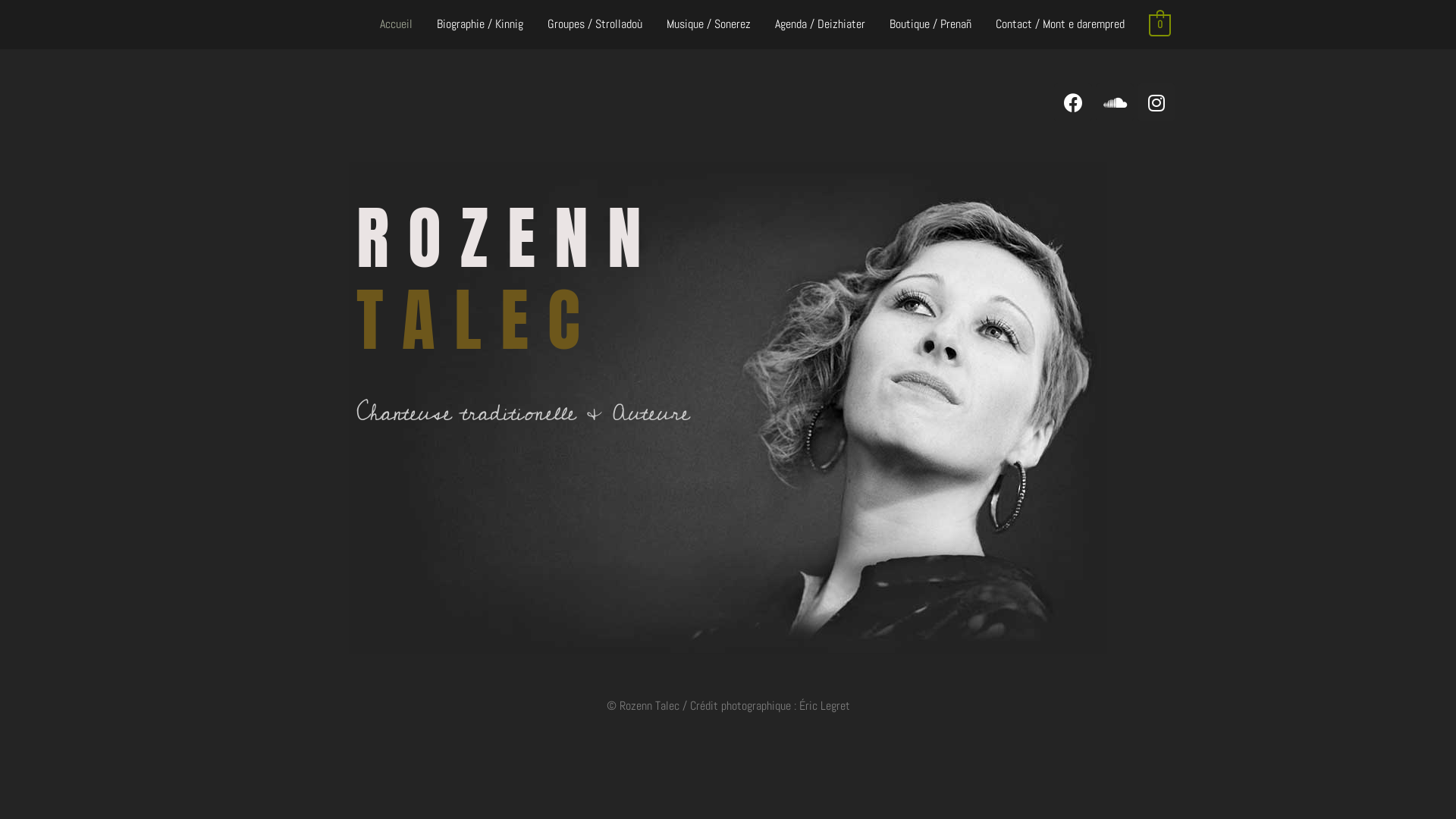 The height and width of the screenshot is (819, 1456). Describe the element at coordinates (819, 24) in the screenshot. I see `'Agenda / Deizhiater'` at that location.